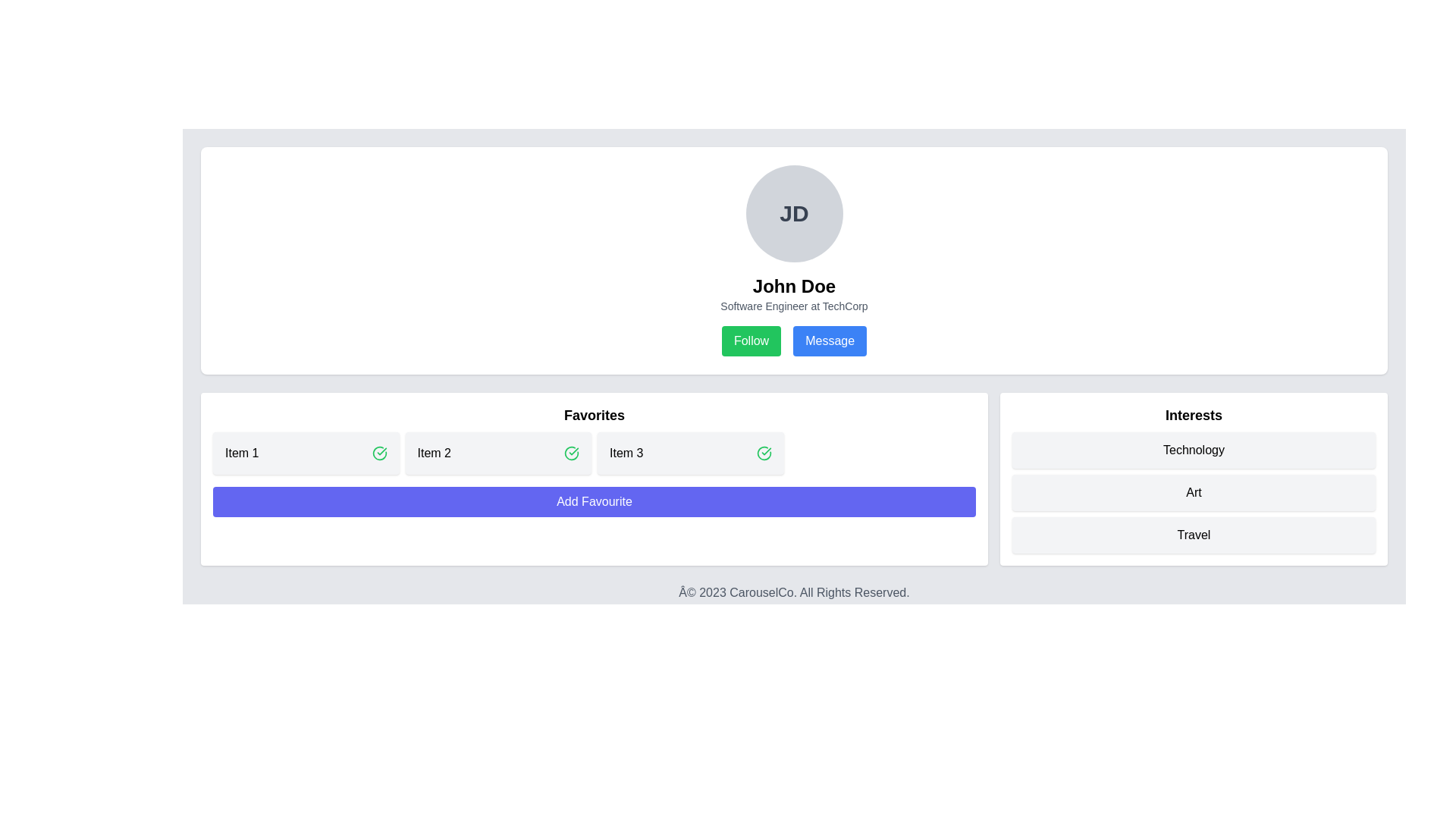  I want to click on the Circle icon with a checkmark located on the right side of the 'Item 3' block within the 'Favorites' section, which indicates success or confirmation, so click(764, 452).